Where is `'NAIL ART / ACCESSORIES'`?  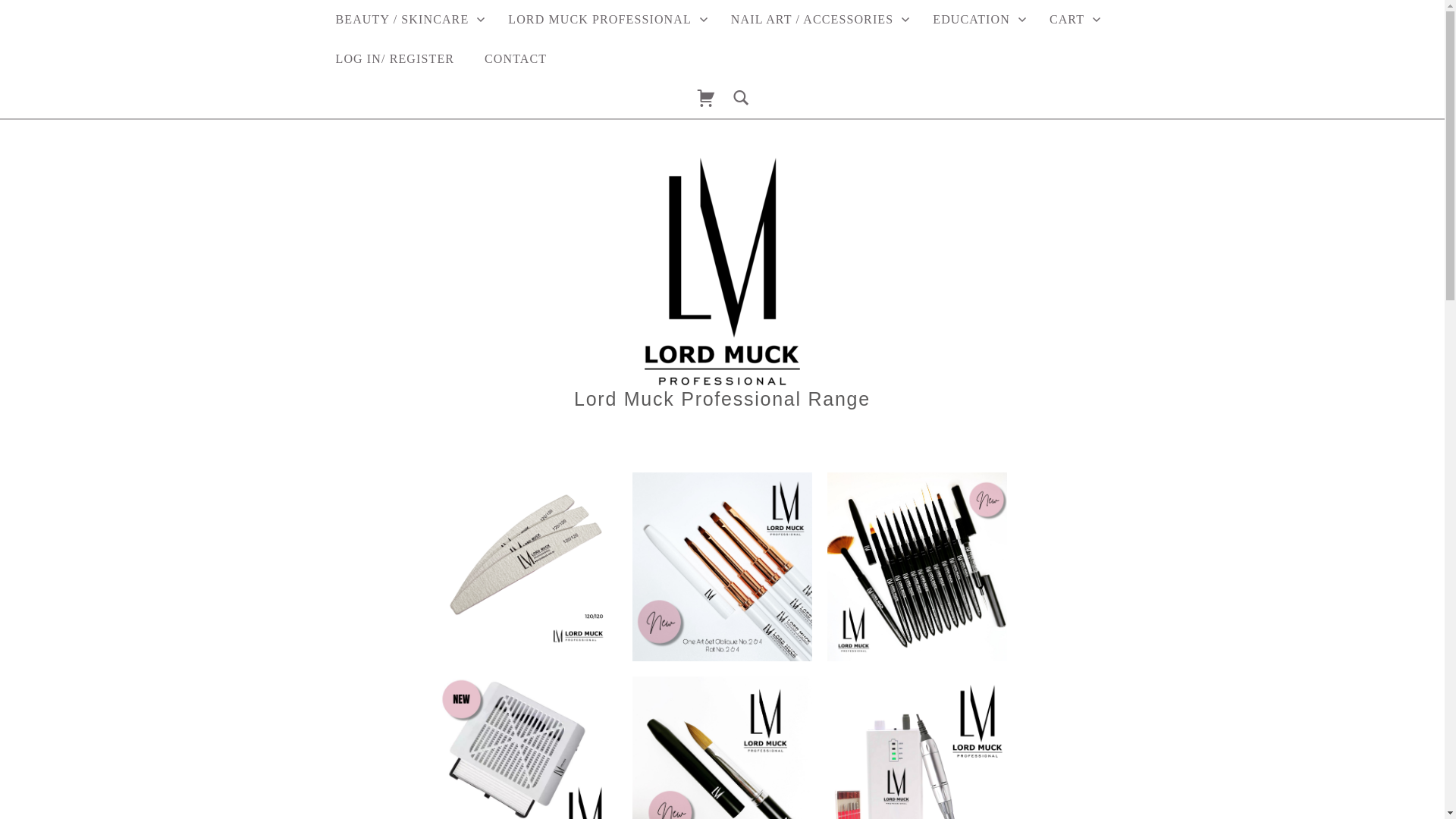
'NAIL ART / ACCESSORIES' is located at coordinates (815, 20).